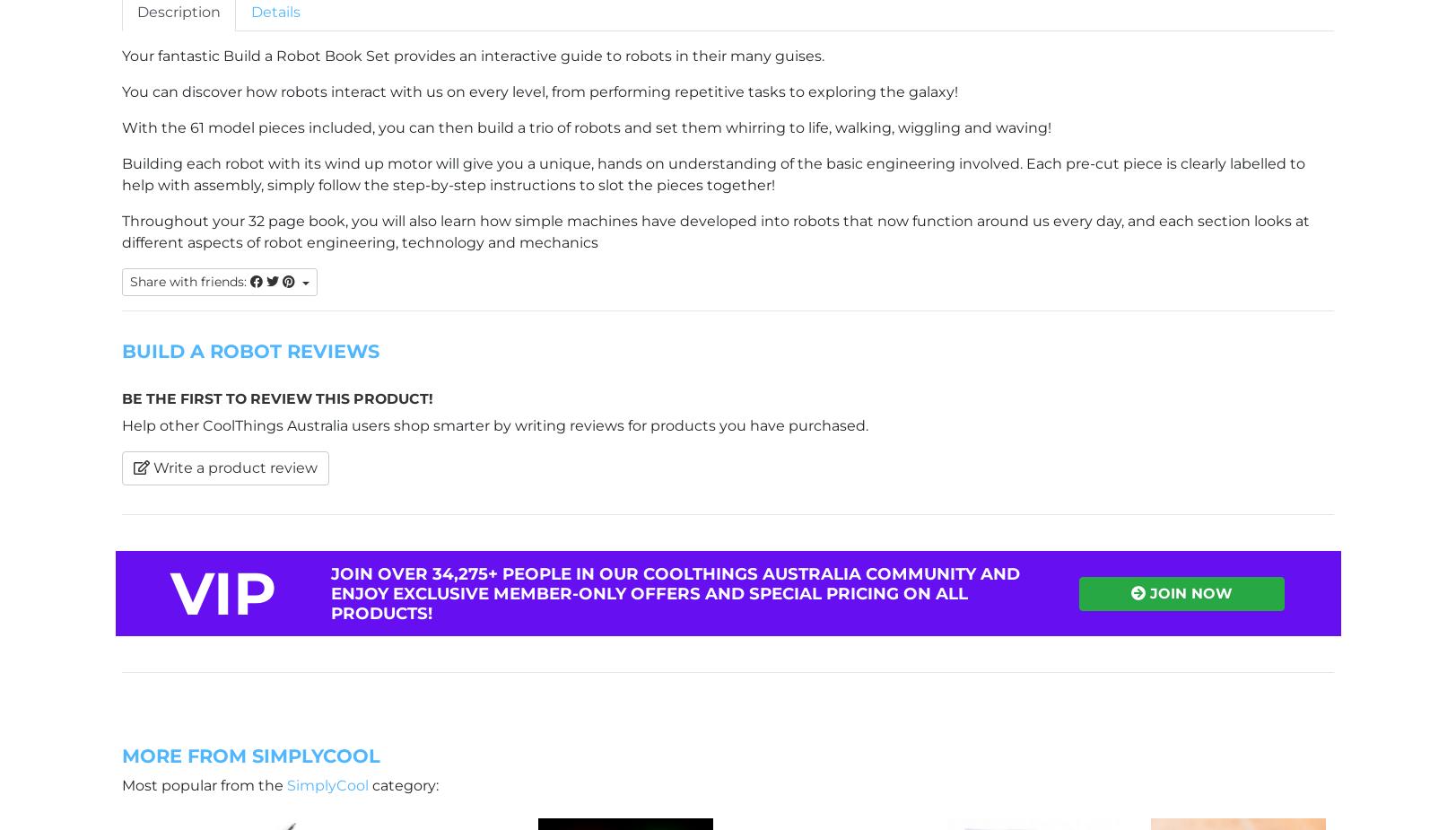 The image size is (1456, 830). What do you see at coordinates (404, 784) in the screenshot?
I see `'category:'` at bounding box center [404, 784].